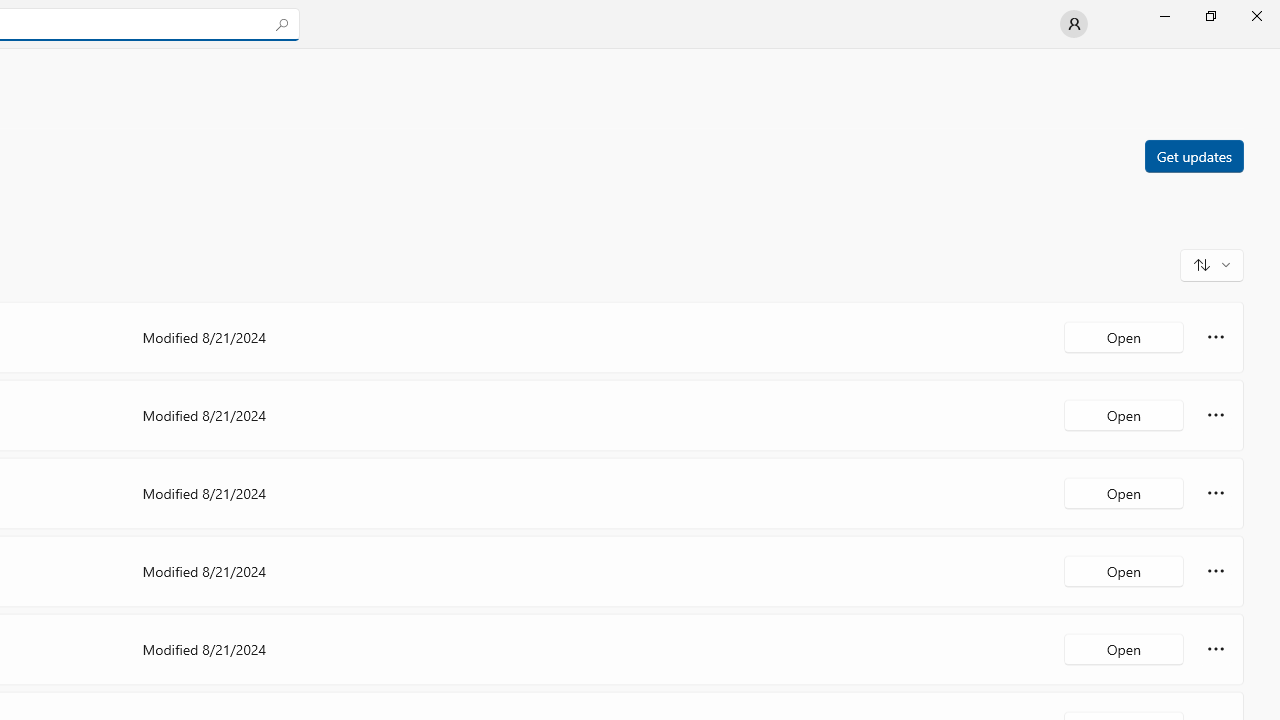 This screenshot has width=1280, height=720. I want to click on 'Close Microsoft Store', so click(1255, 15).